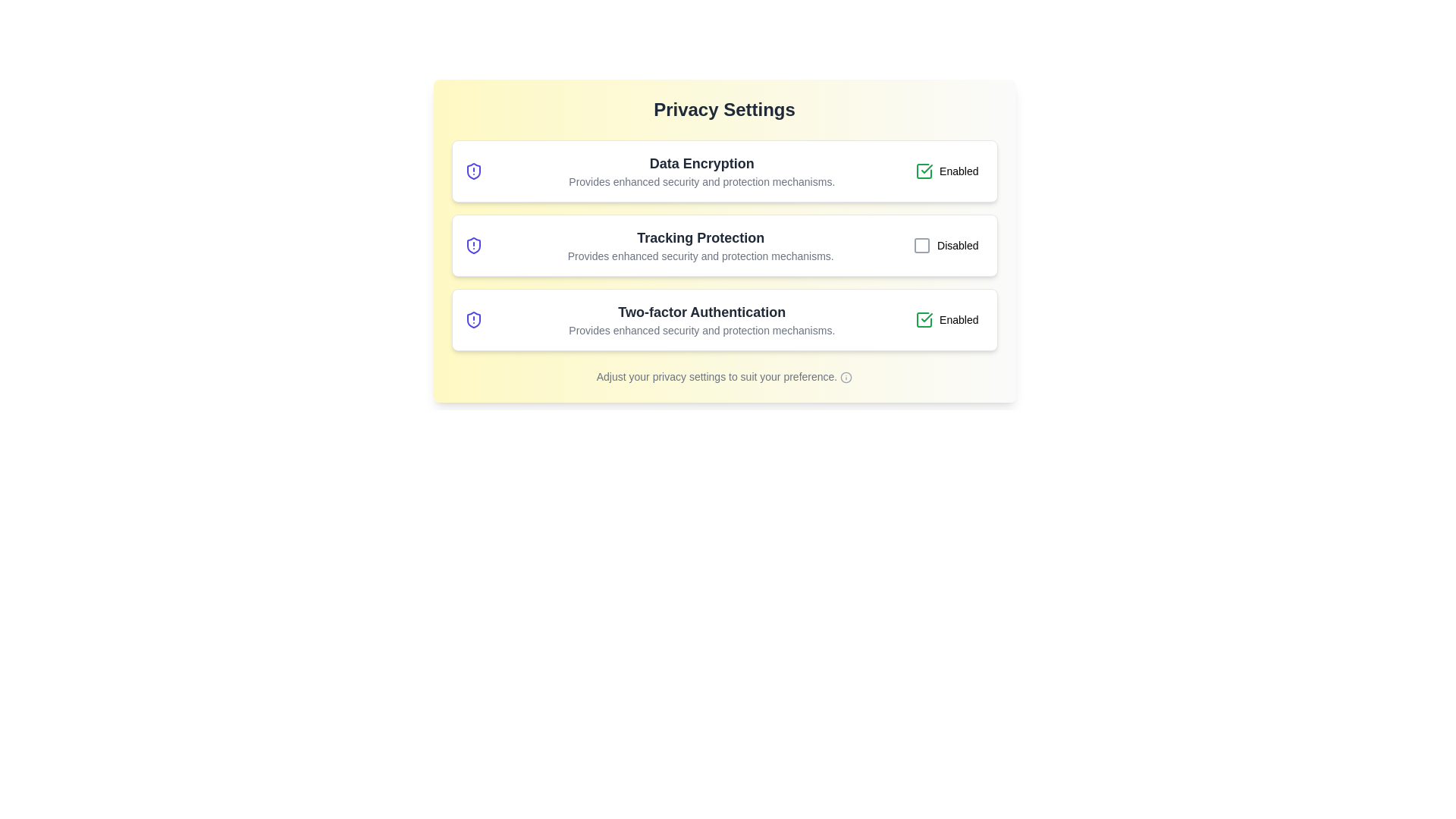 The width and height of the screenshot is (1456, 819). I want to click on properties of the warning icon associated with the 'Two-factor Authentication' setting, which is located to the left of the corresponding text and adjacent to the toggle switch, so click(472, 318).